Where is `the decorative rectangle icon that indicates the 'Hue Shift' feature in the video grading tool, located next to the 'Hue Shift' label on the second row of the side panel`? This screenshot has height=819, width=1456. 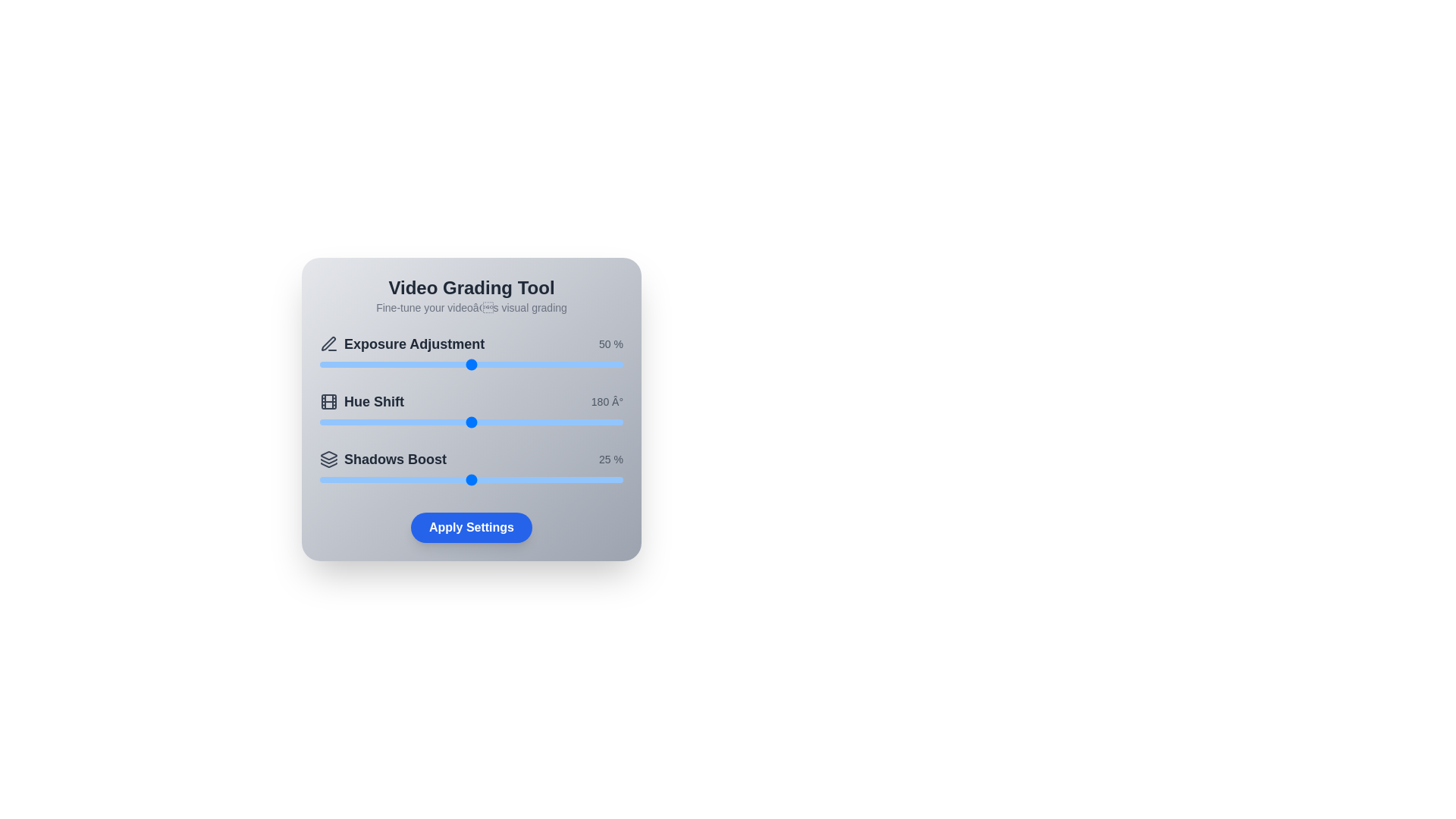
the decorative rectangle icon that indicates the 'Hue Shift' feature in the video grading tool, located next to the 'Hue Shift' label on the second row of the side panel is located at coordinates (328, 400).